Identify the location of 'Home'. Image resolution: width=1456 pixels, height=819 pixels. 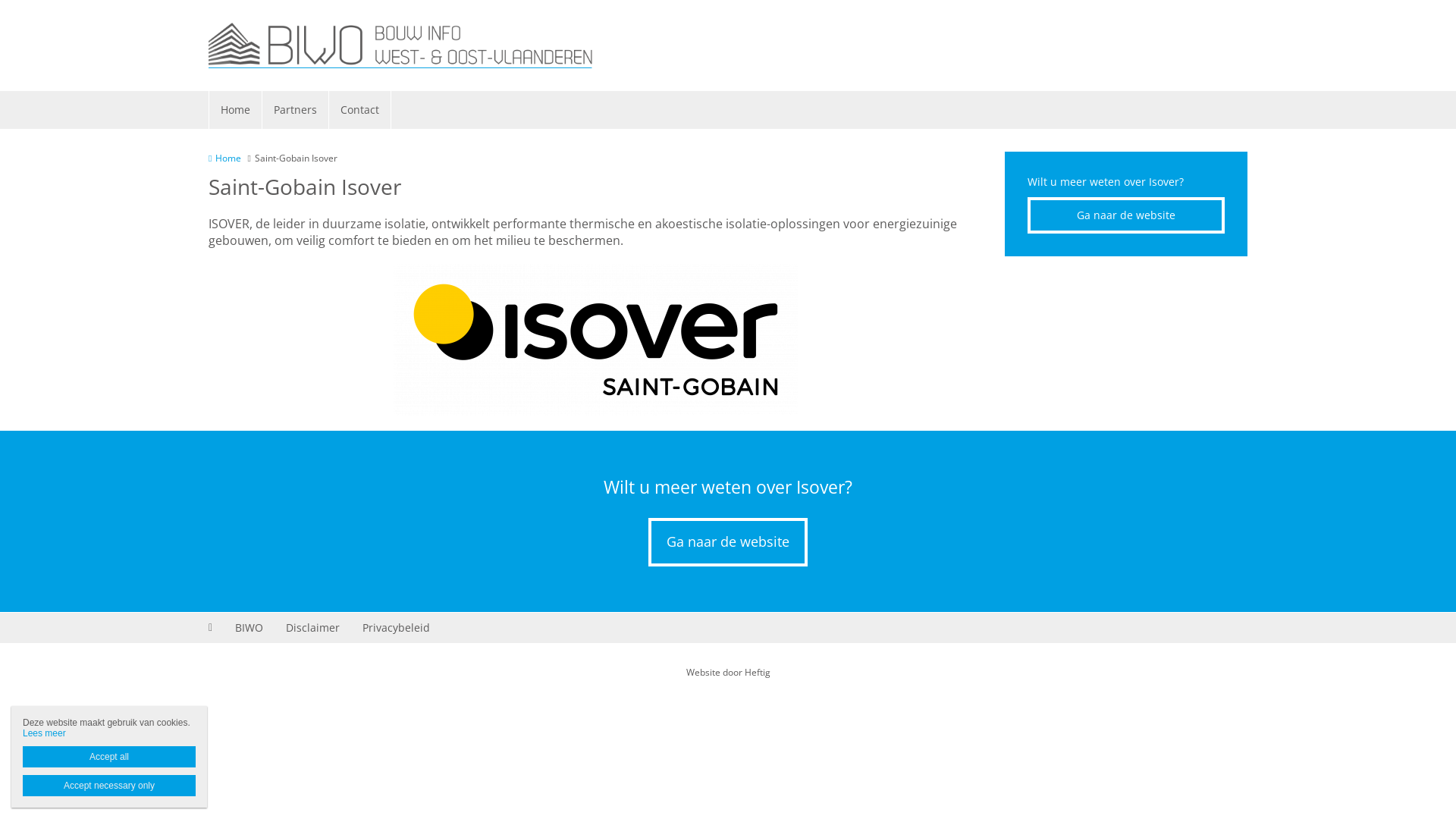
(224, 158).